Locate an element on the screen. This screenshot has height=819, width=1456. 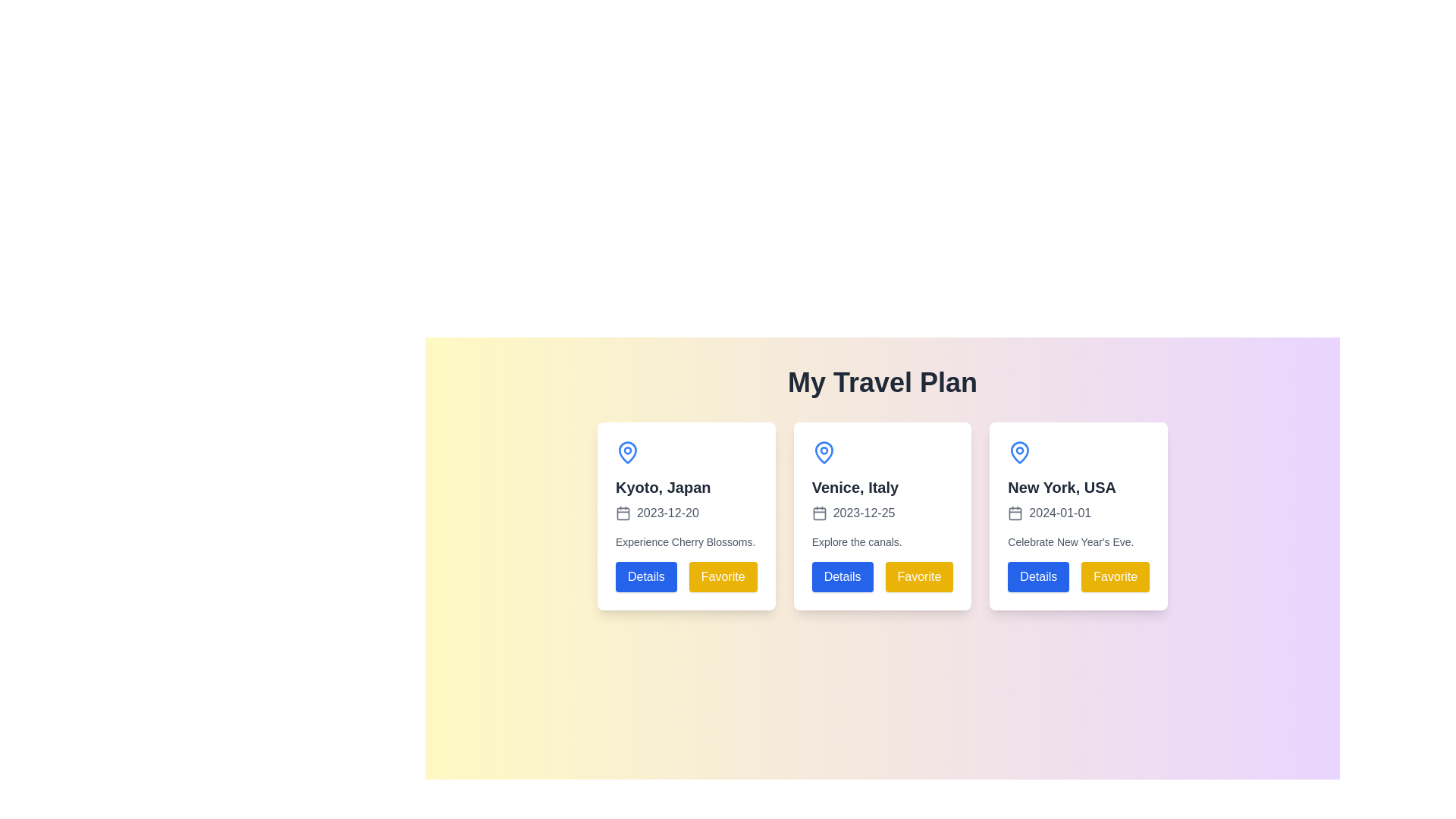
the gray text label displaying the date '2024-01-01' with an associated calendar icon, located in the third card under 'My Travel Plan', below 'New York, USA' is located at coordinates (1049, 513).